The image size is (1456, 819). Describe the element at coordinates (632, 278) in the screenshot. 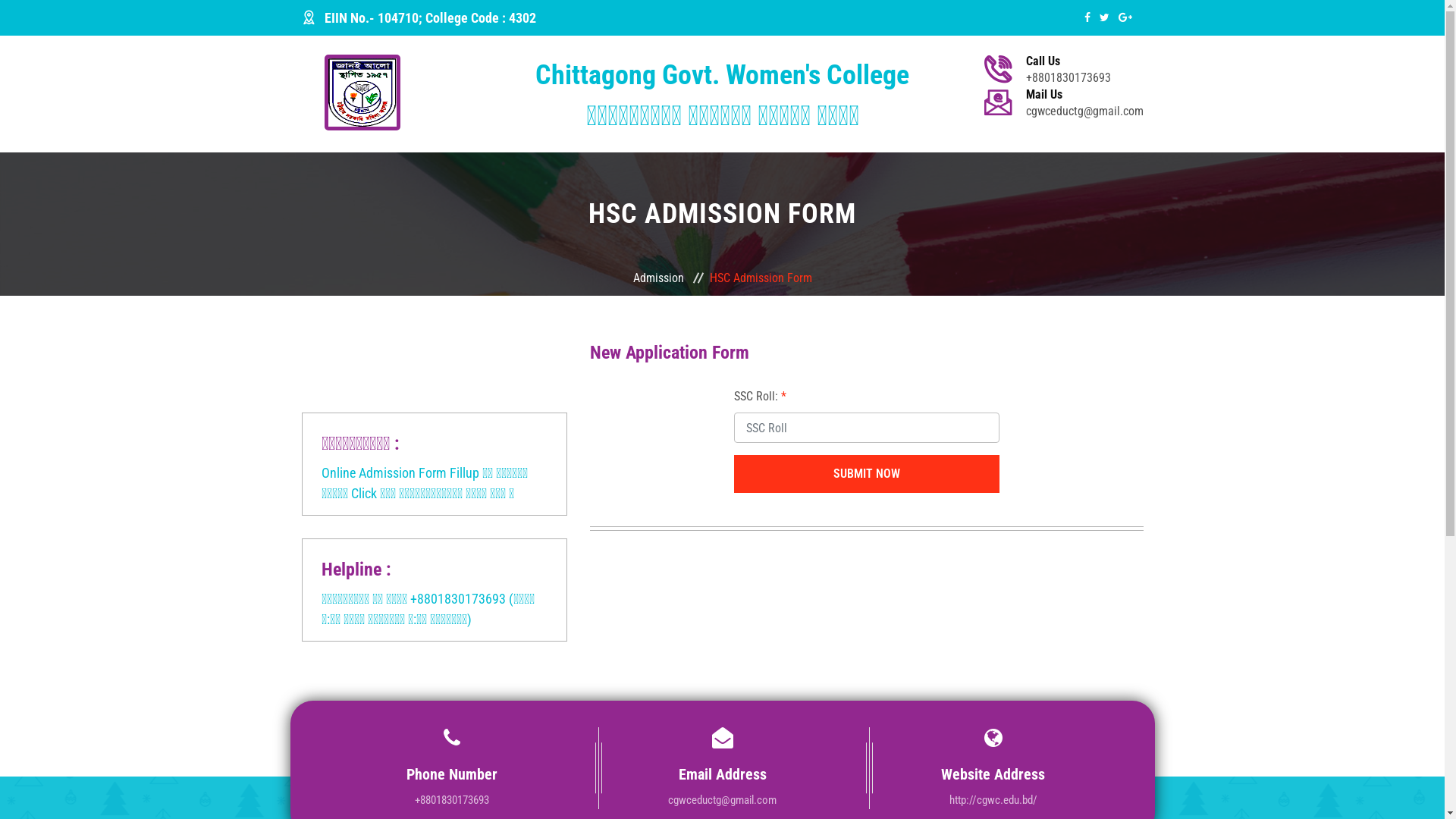

I see `'Admission'` at that location.